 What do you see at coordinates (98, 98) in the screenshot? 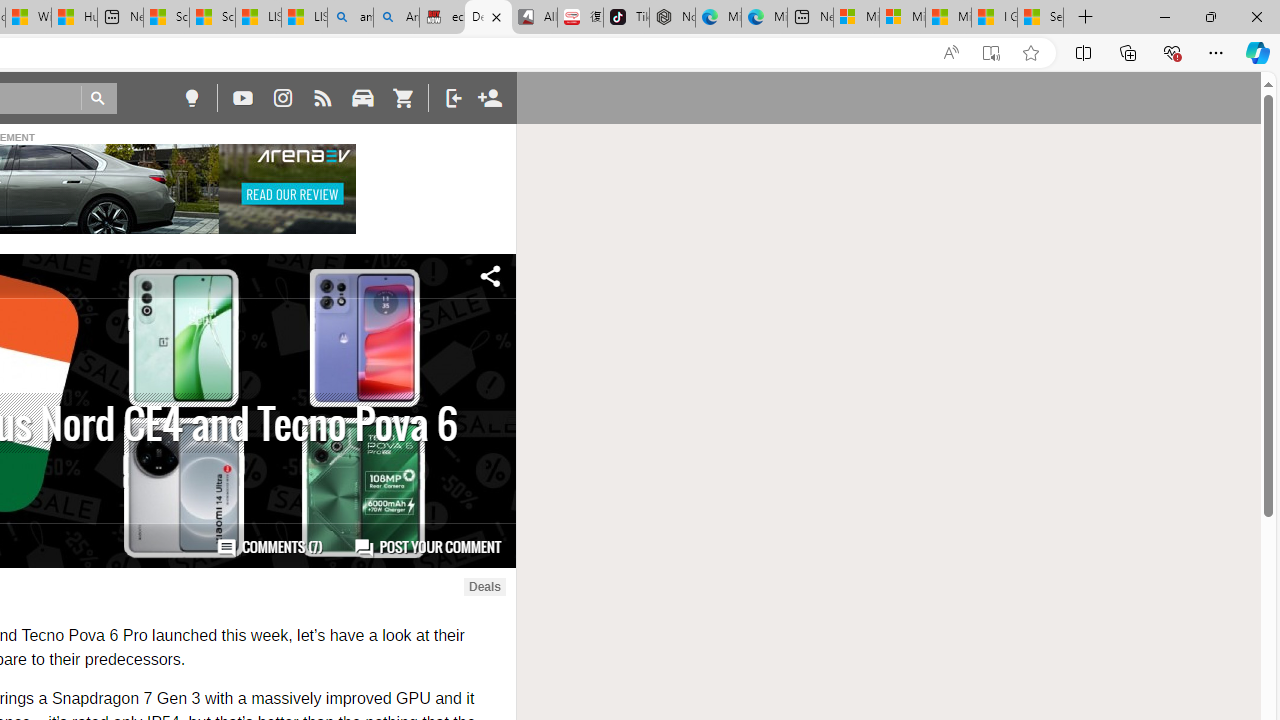
I see `'Go'` at bounding box center [98, 98].